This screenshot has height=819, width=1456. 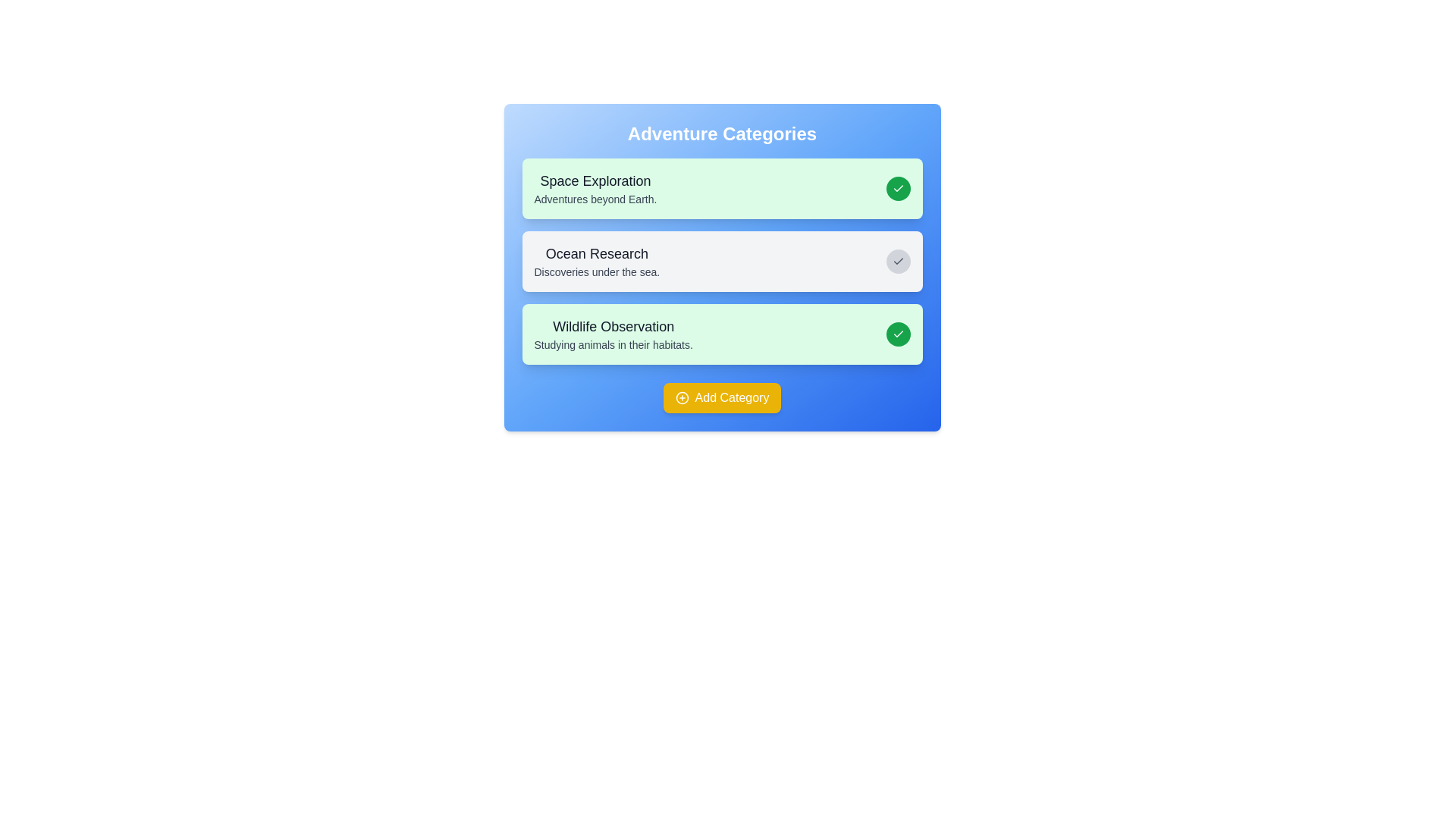 What do you see at coordinates (898, 260) in the screenshot?
I see `the chip labeled Ocean Research by clicking its checkmark` at bounding box center [898, 260].